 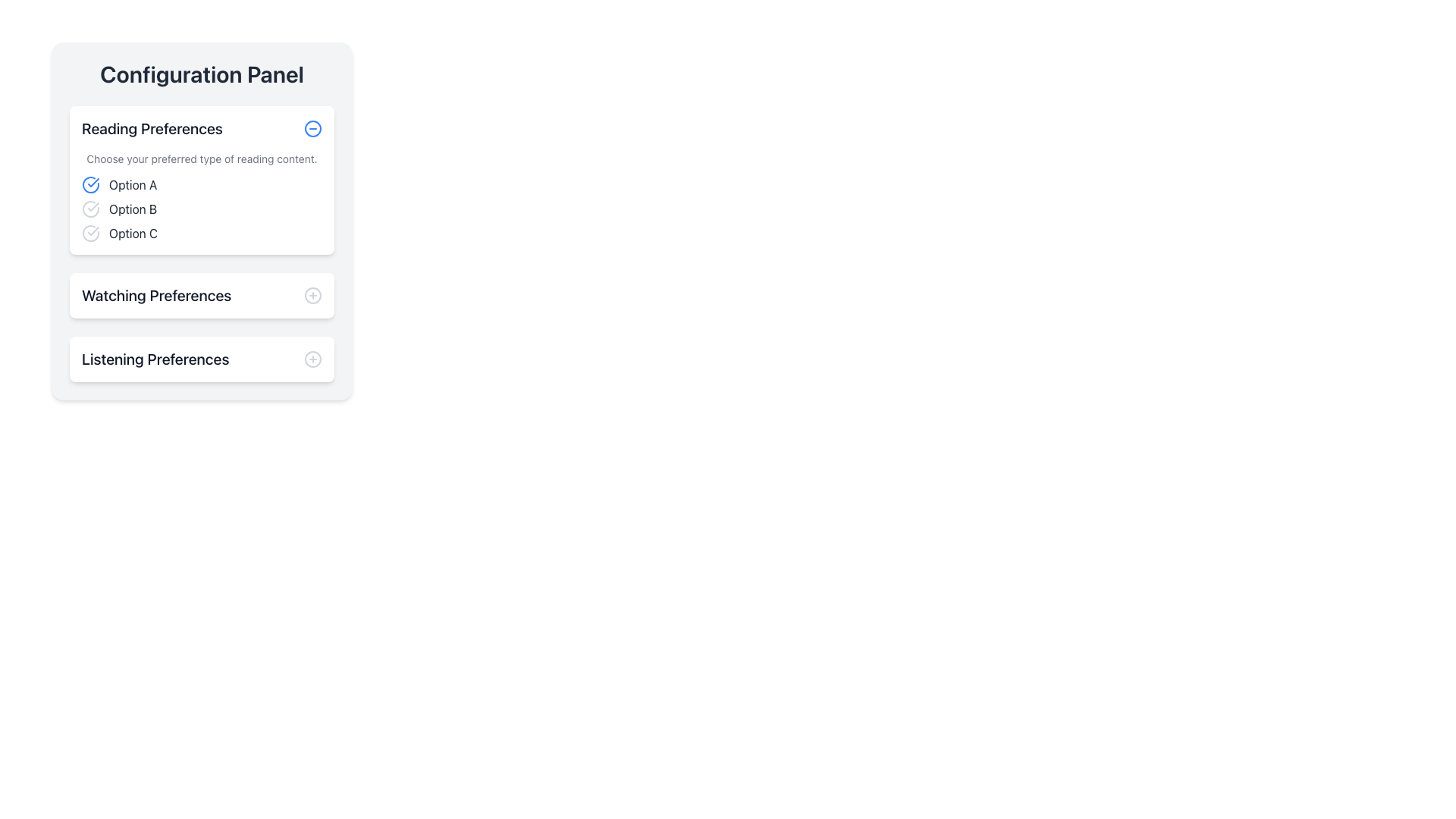 What do you see at coordinates (156, 295) in the screenshot?
I see `the text label indicating 'Watching Preferences' section in the Configuration Panel, located between 'Reading Preferences' and 'Listening Preferences'` at bounding box center [156, 295].